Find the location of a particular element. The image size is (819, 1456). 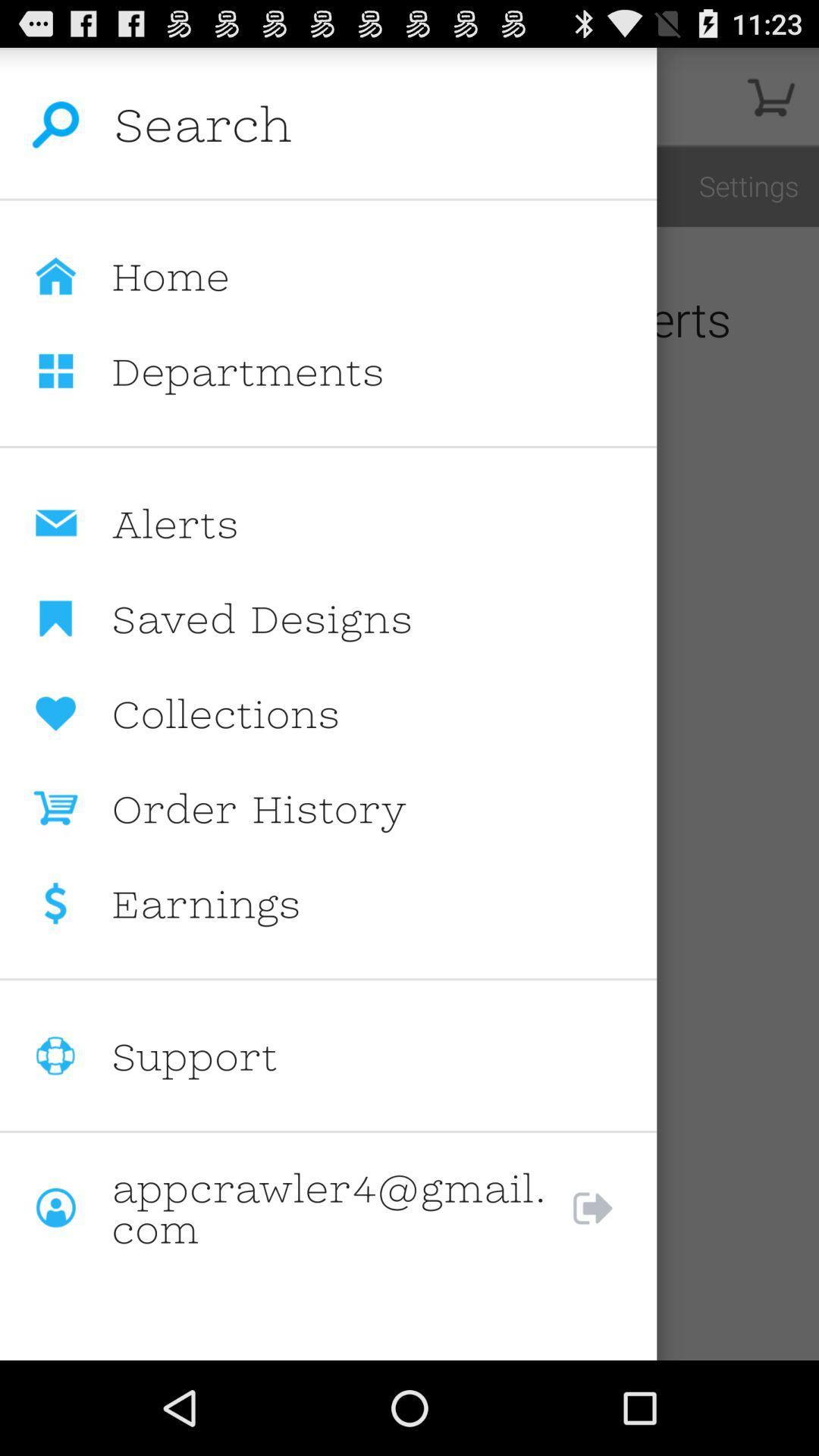

the search icon is located at coordinates (42, 103).